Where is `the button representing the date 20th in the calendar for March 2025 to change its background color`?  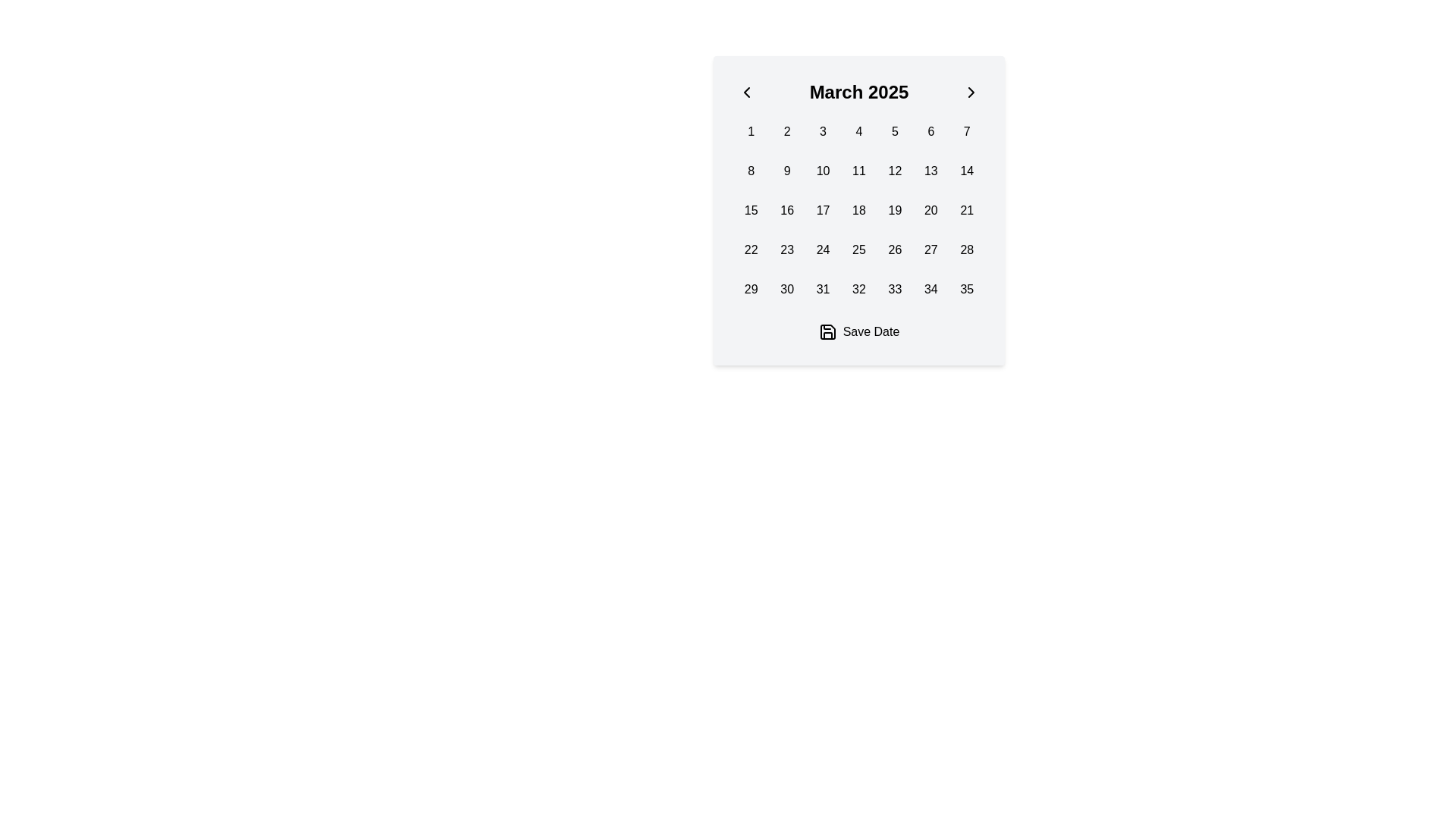
the button representing the date 20th in the calendar for March 2025 to change its background color is located at coordinates (930, 210).